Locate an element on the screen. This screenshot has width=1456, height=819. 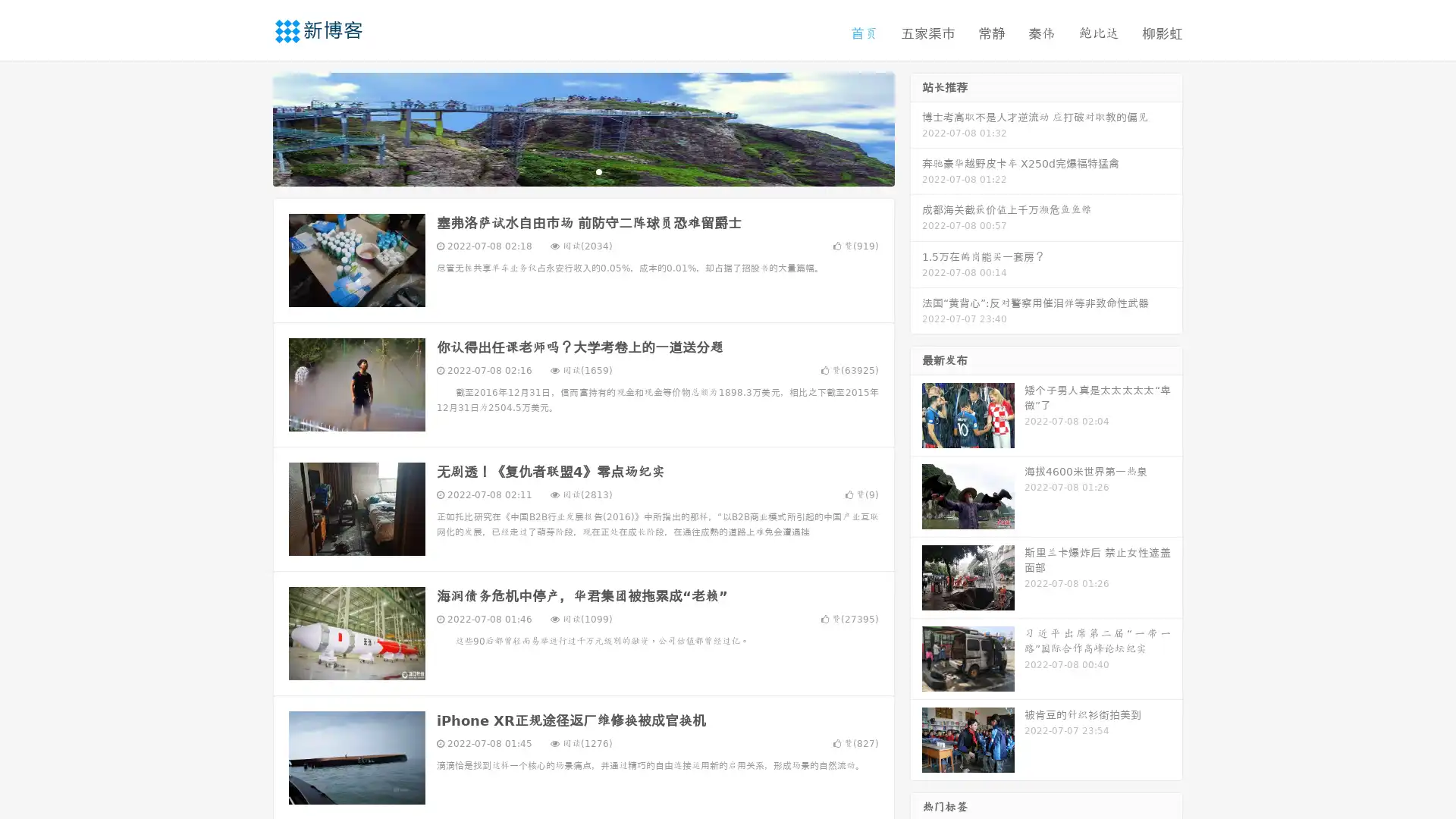
Next slide is located at coordinates (916, 127).